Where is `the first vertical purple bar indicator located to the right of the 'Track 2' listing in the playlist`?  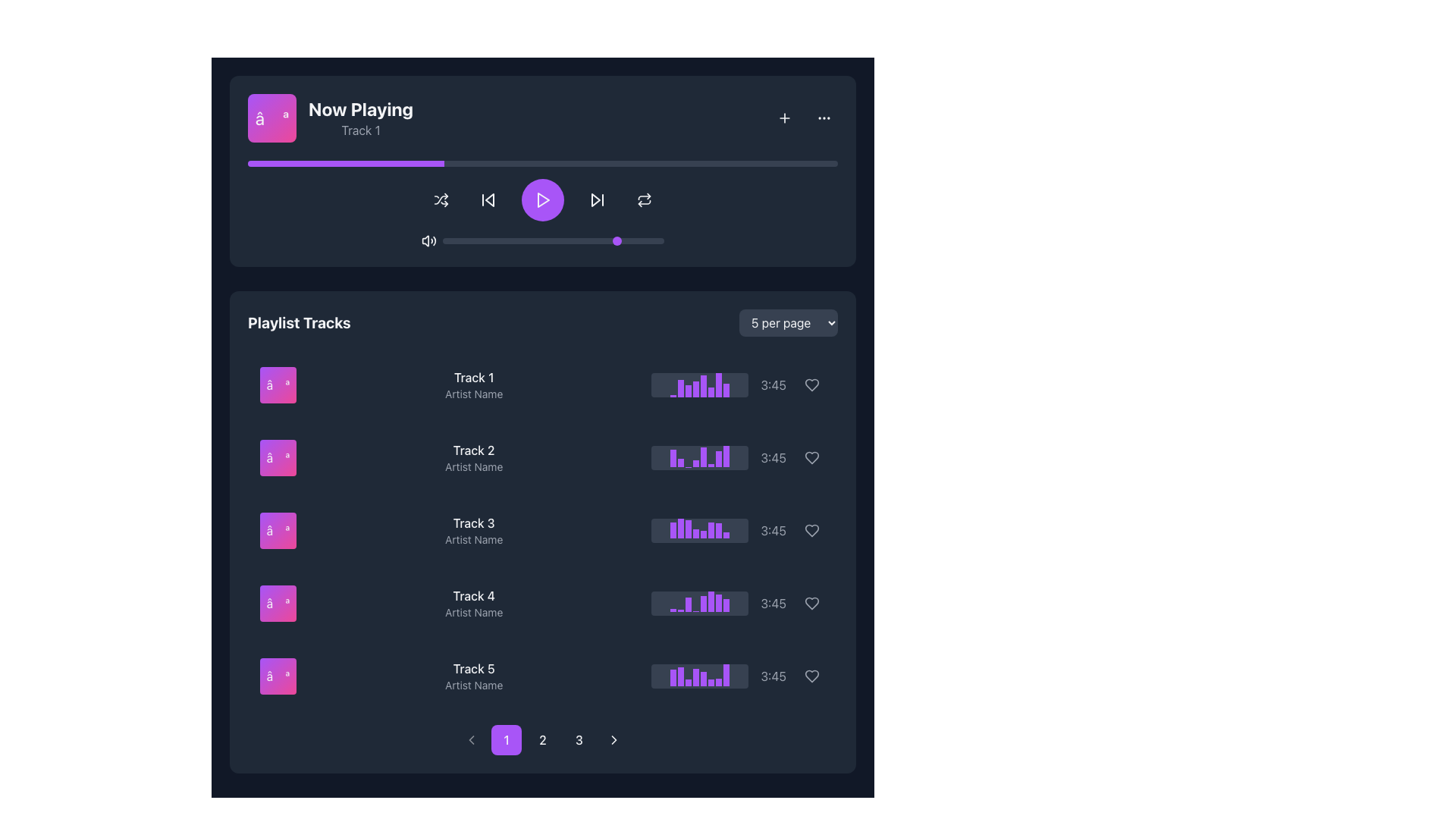
the first vertical purple bar indicator located to the right of the 'Track 2' listing in the playlist is located at coordinates (673, 457).